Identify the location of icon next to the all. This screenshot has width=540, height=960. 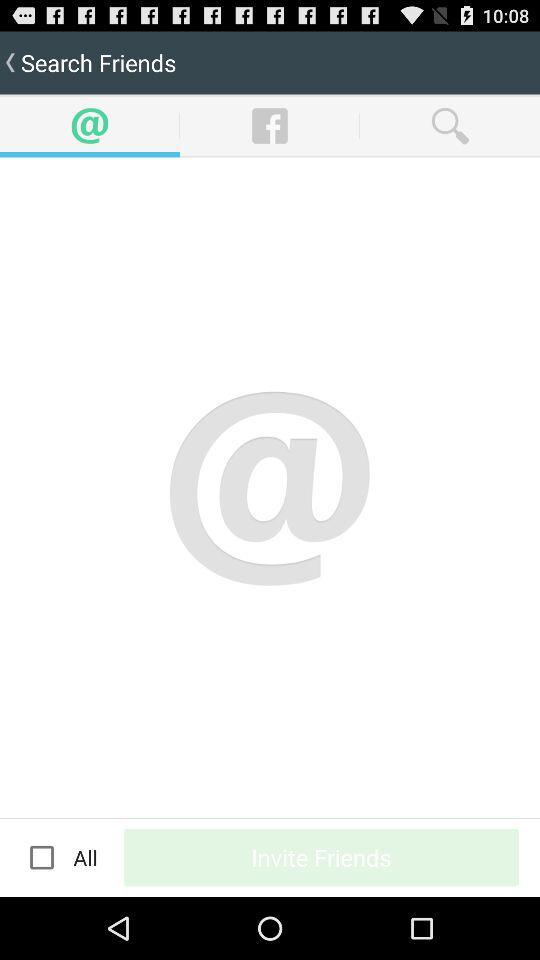
(321, 856).